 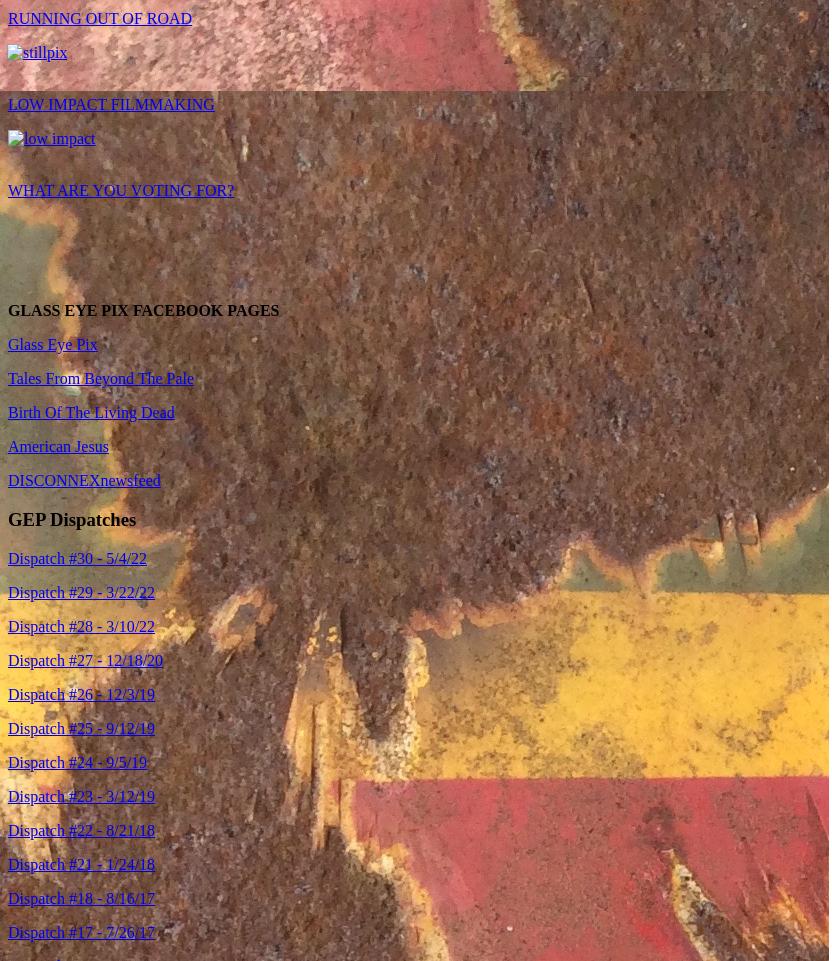 What do you see at coordinates (7, 310) in the screenshot?
I see `'GLASS EYE PIX FACEBOOK PAGES'` at bounding box center [7, 310].